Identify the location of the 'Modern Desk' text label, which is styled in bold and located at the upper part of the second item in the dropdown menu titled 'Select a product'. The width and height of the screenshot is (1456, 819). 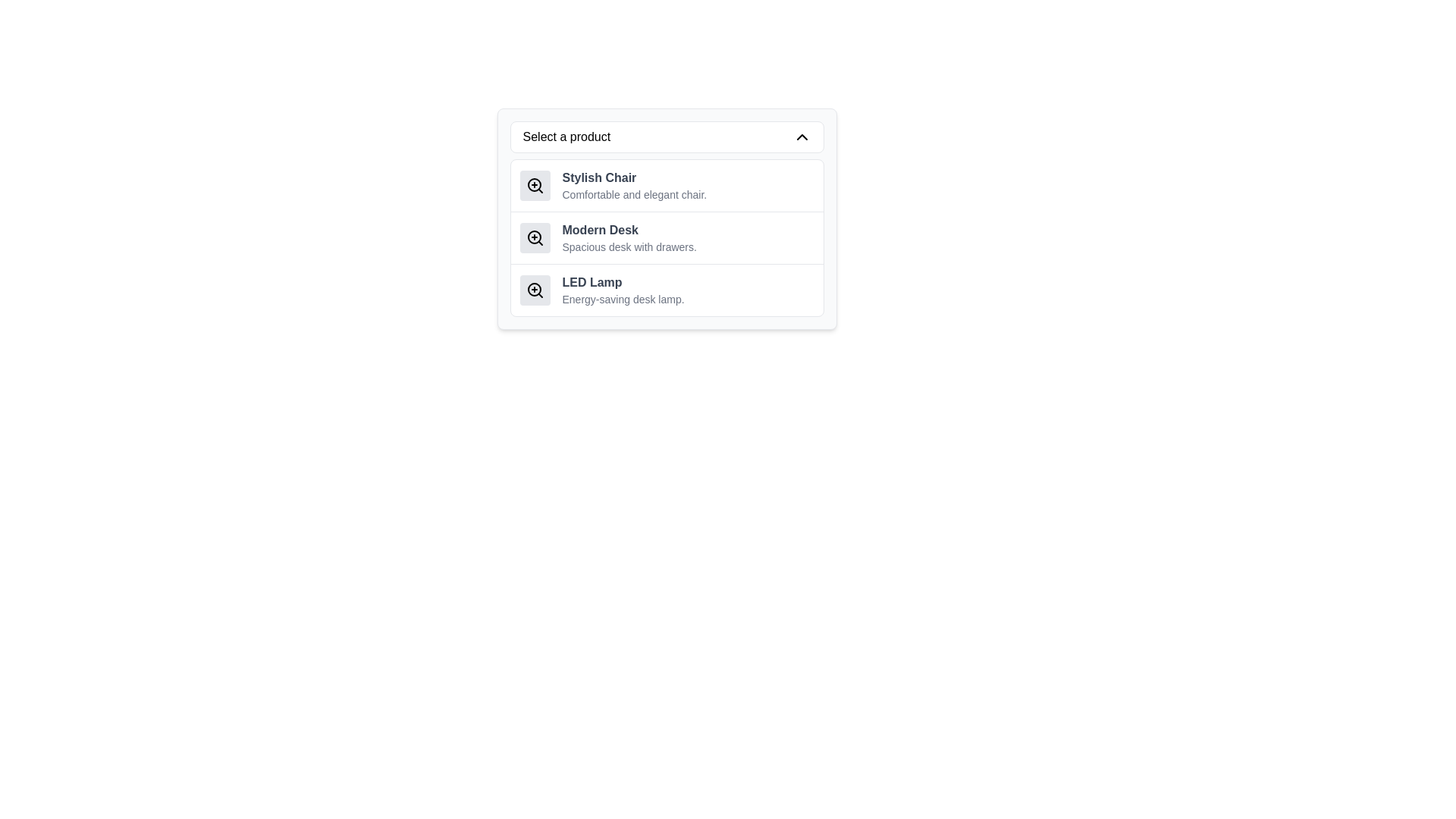
(629, 231).